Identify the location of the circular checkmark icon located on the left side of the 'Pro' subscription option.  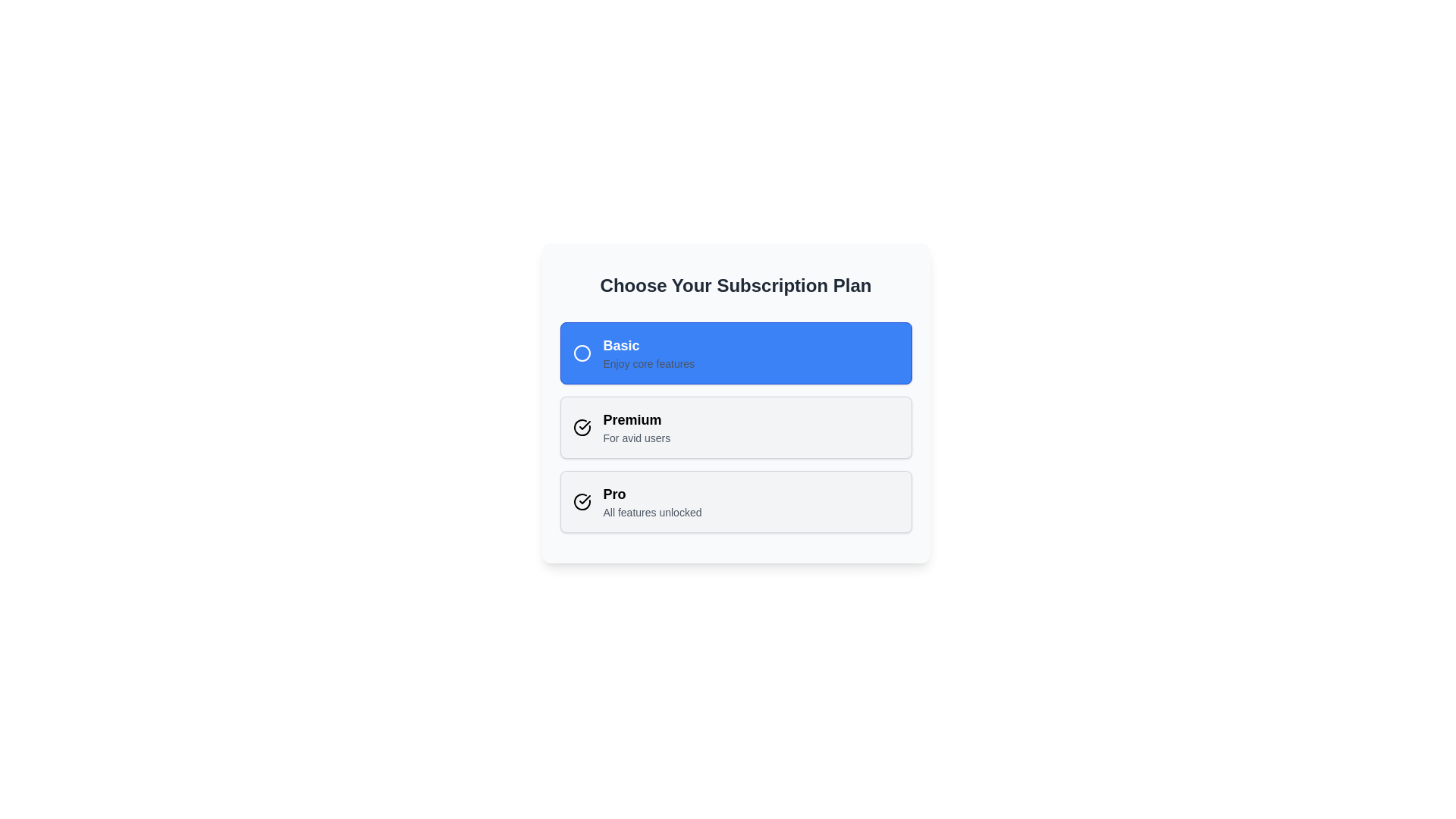
(581, 502).